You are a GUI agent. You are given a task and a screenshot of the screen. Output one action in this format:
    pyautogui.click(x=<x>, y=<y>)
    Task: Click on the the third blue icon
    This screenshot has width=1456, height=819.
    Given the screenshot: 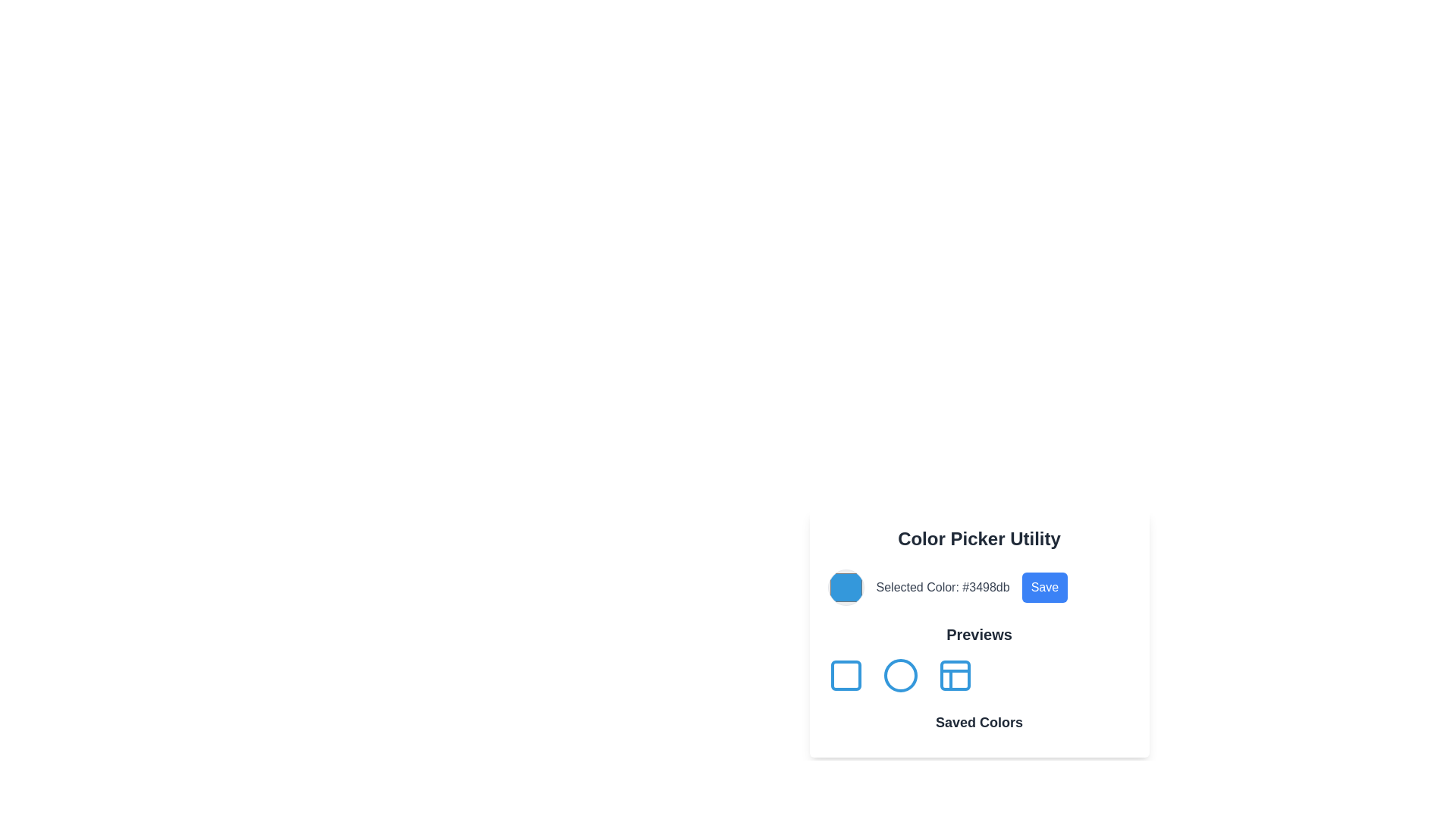 What is the action you would take?
    pyautogui.click(x=954, y=675)
    